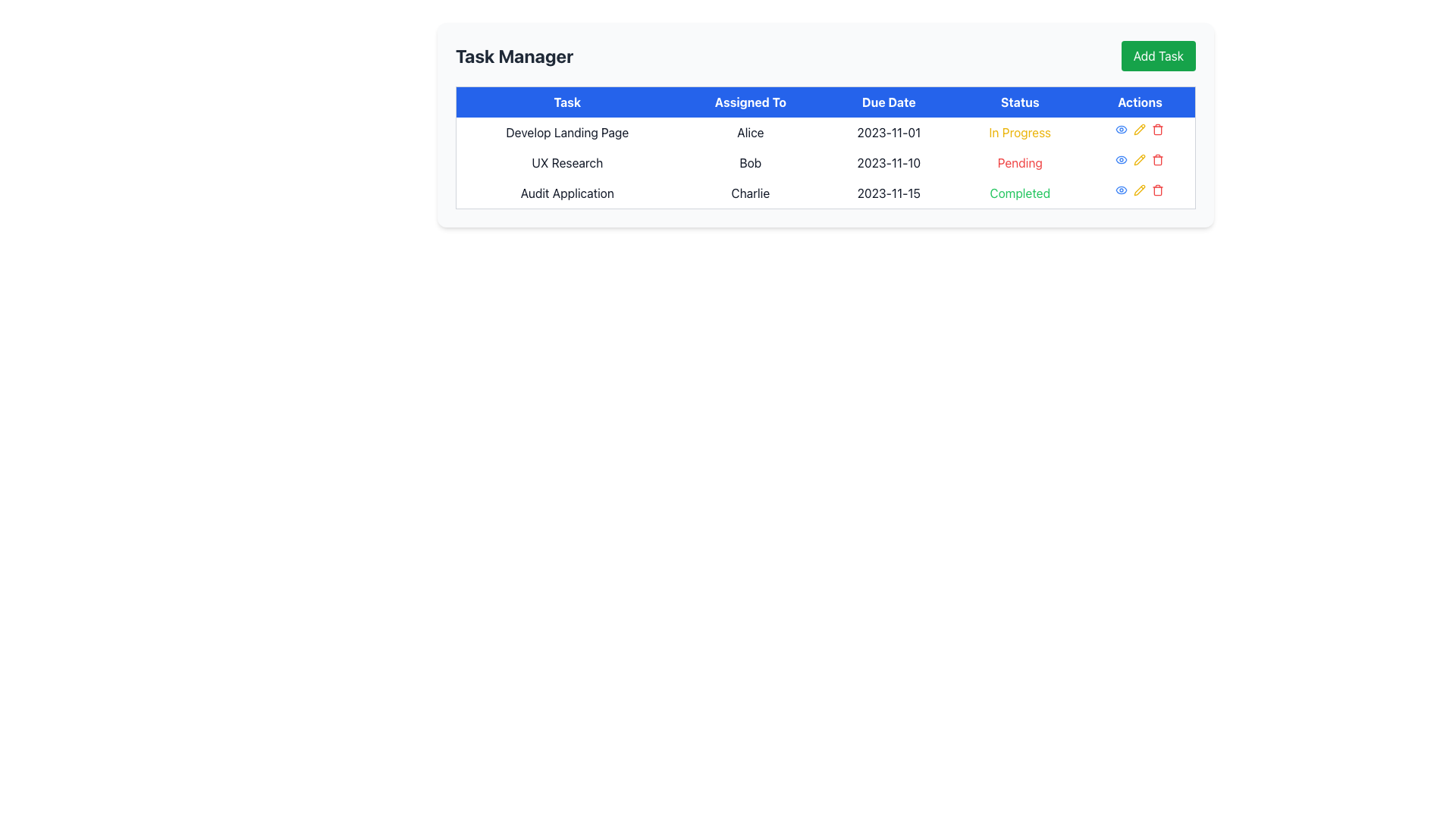 This screenshot has height=819, width=1456. Describe the element at coordinates (514, 55) in the screenshot. I see `the Header text at the top-left corner of the header bar, which serves as a title or label for the application` at that location.